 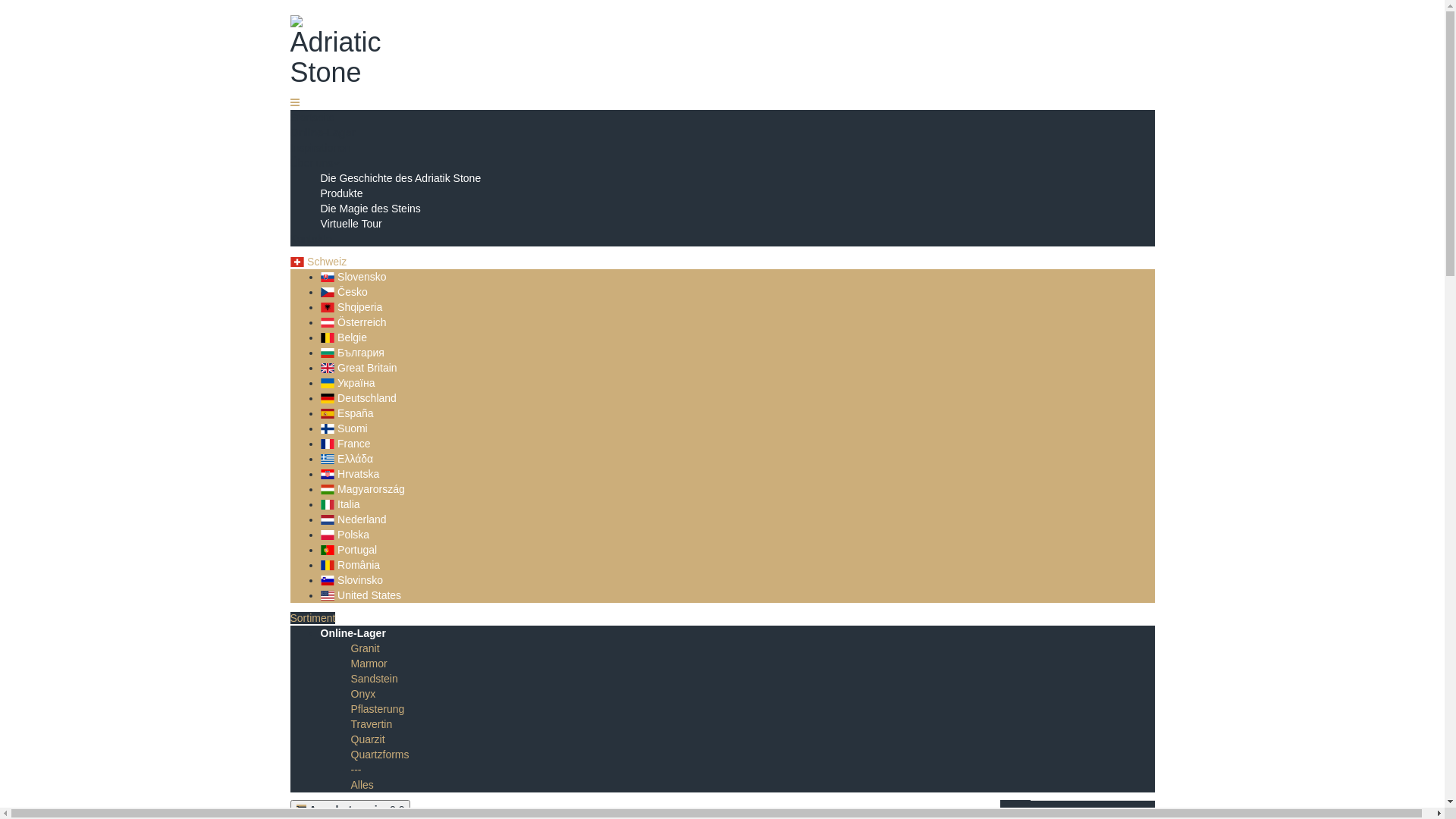 What do you see at coordinates (371, 723) in the screenshot?
I see `'Travertin'` at bounding box center [371, 723].